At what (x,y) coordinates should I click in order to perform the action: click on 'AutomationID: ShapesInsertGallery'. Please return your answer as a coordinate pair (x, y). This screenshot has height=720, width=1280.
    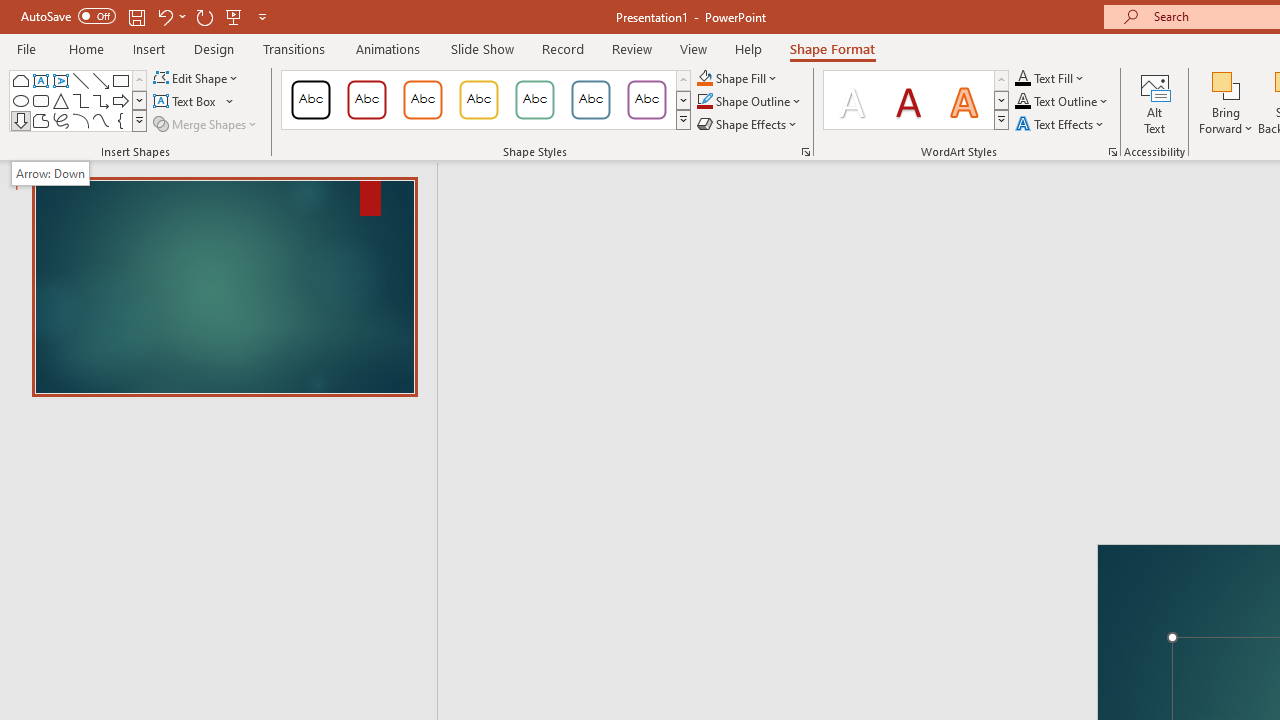
    Looking at the image, I should click on (78, 100).